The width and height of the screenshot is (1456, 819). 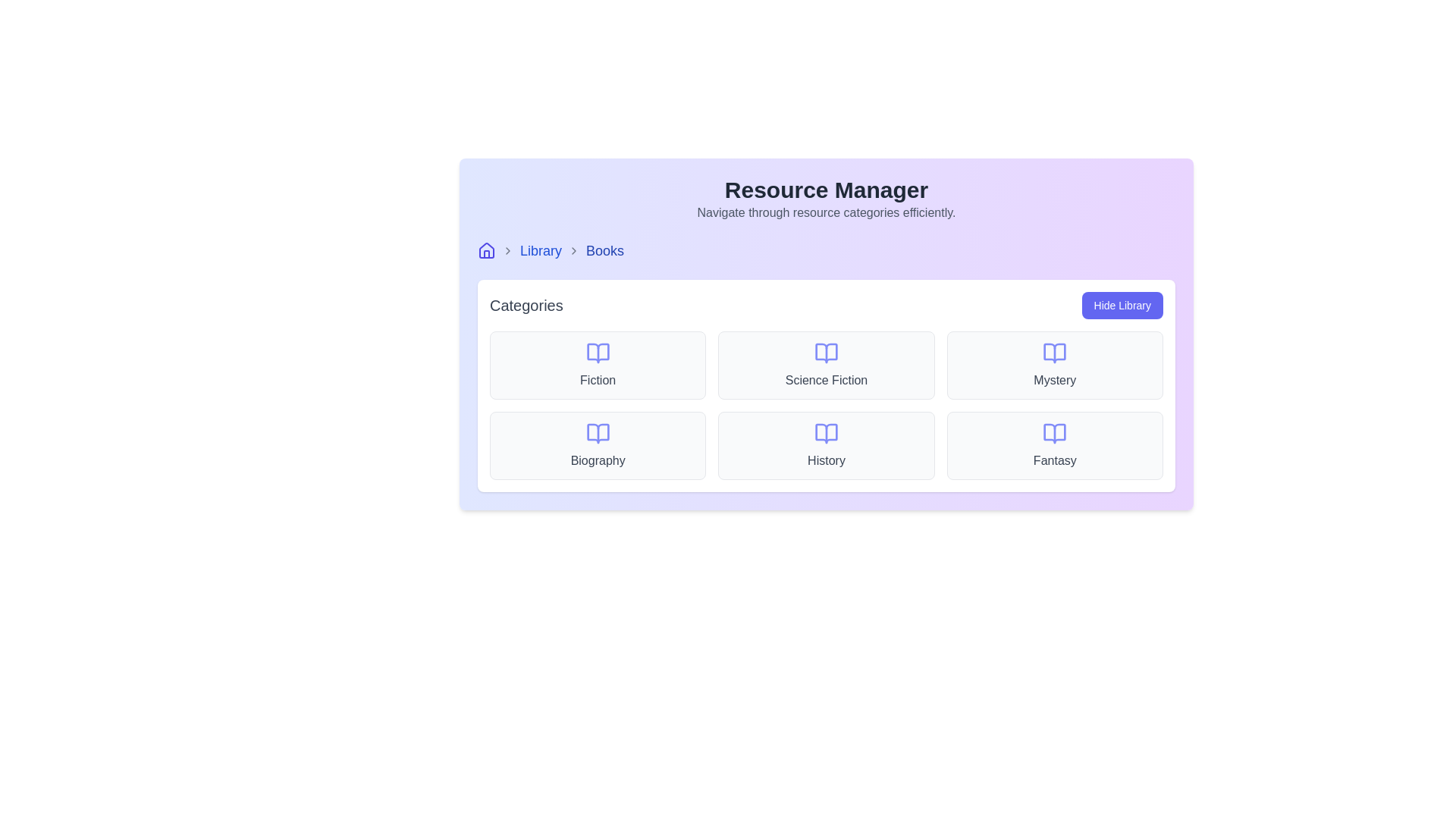 What do you see at coordinates (825, 433) in the screenshot?
I see `the book icon within the 'History' card located in the second row, second column of the grid` at bounding box center [825, 433].